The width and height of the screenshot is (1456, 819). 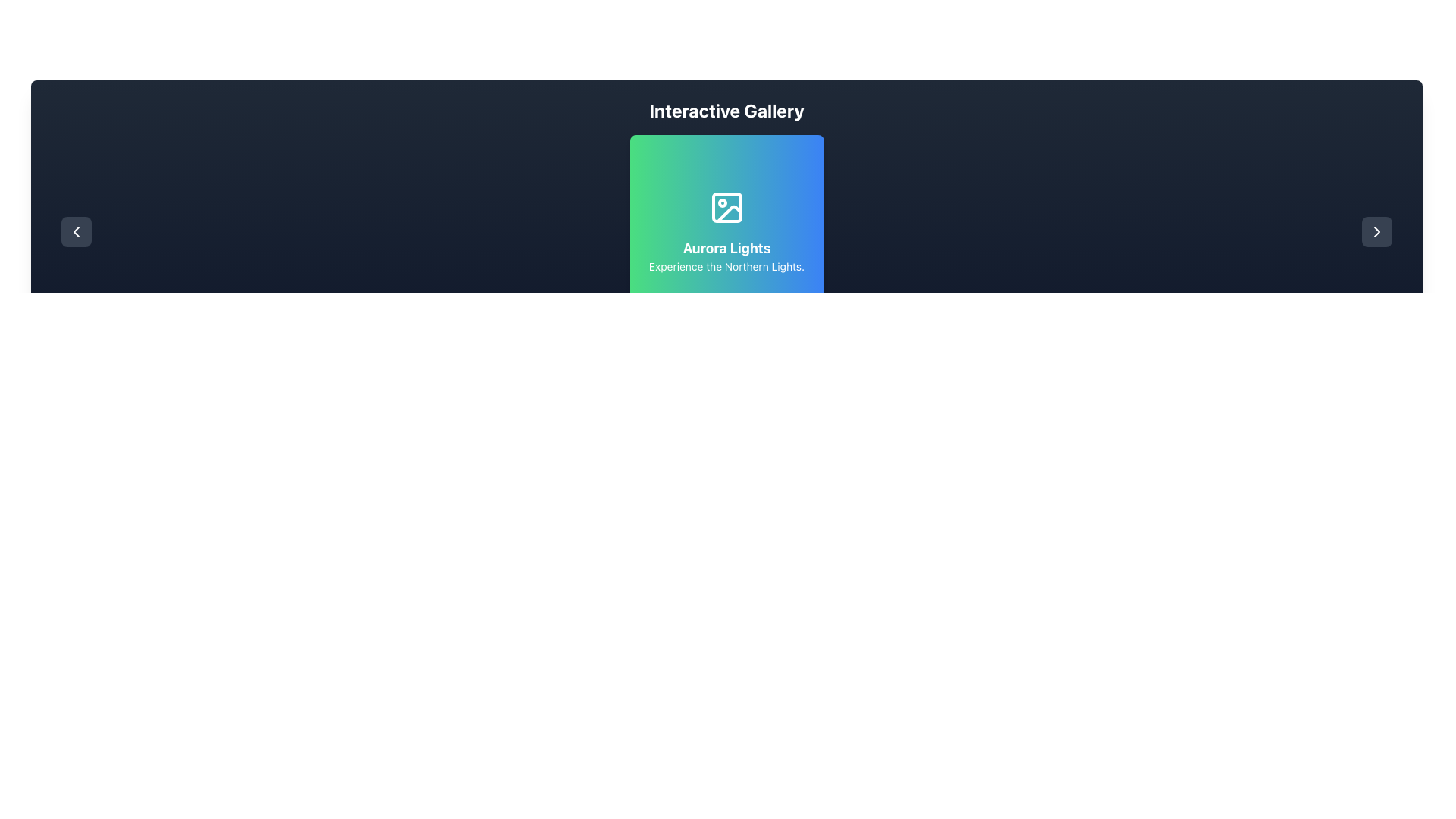 What do you see at coordinates (726, 347) in the screenshot?
I see `the middle navigation dot, which is part of a set of three circular elements at the bottom of the central interface area` at bounding box center [726, 347].